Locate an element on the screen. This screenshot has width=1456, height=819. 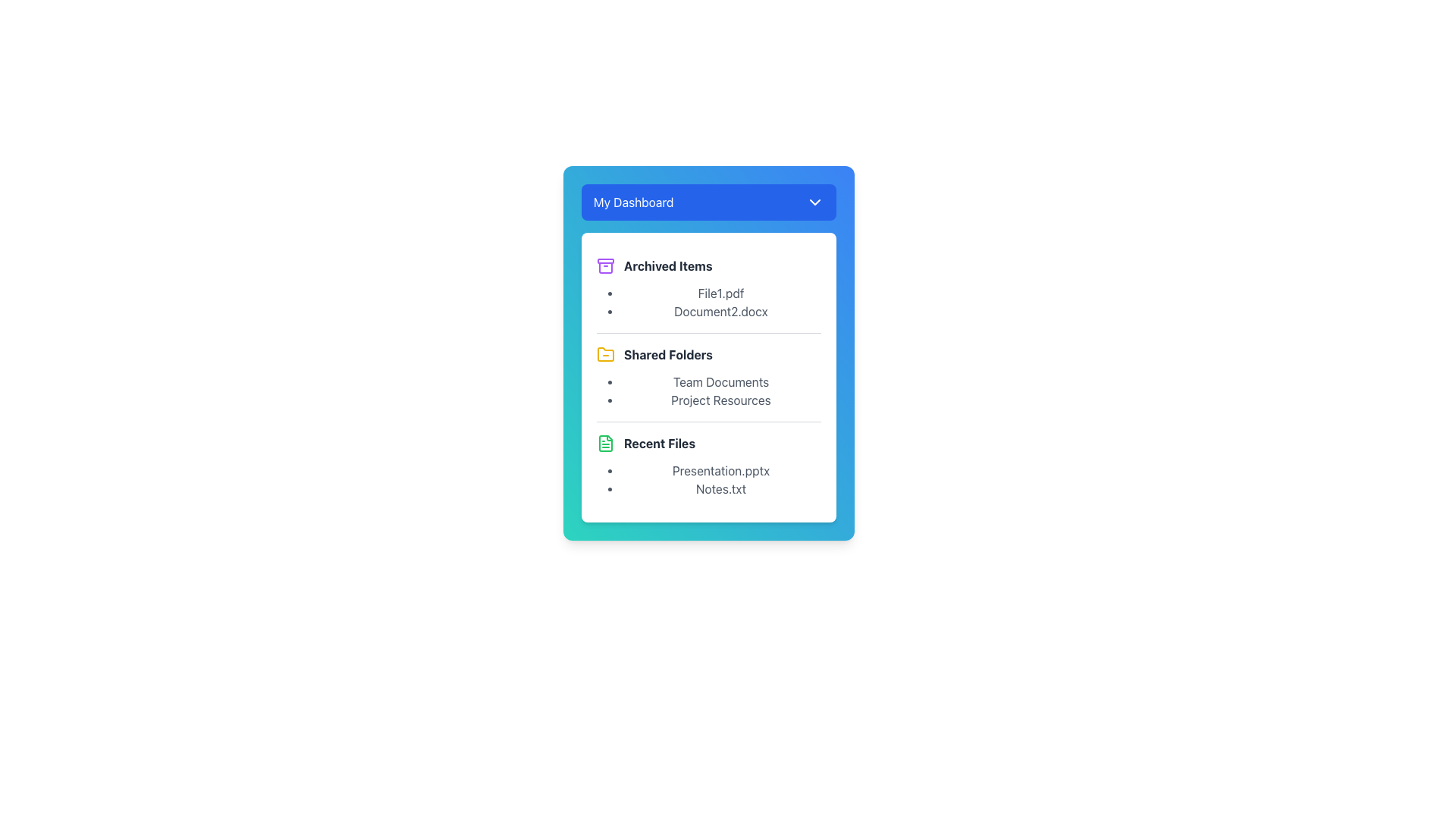
the 'My Dashboard' button located at the top of the card section with a gradient blue-to-teal background is located at coordinates (708, 201).